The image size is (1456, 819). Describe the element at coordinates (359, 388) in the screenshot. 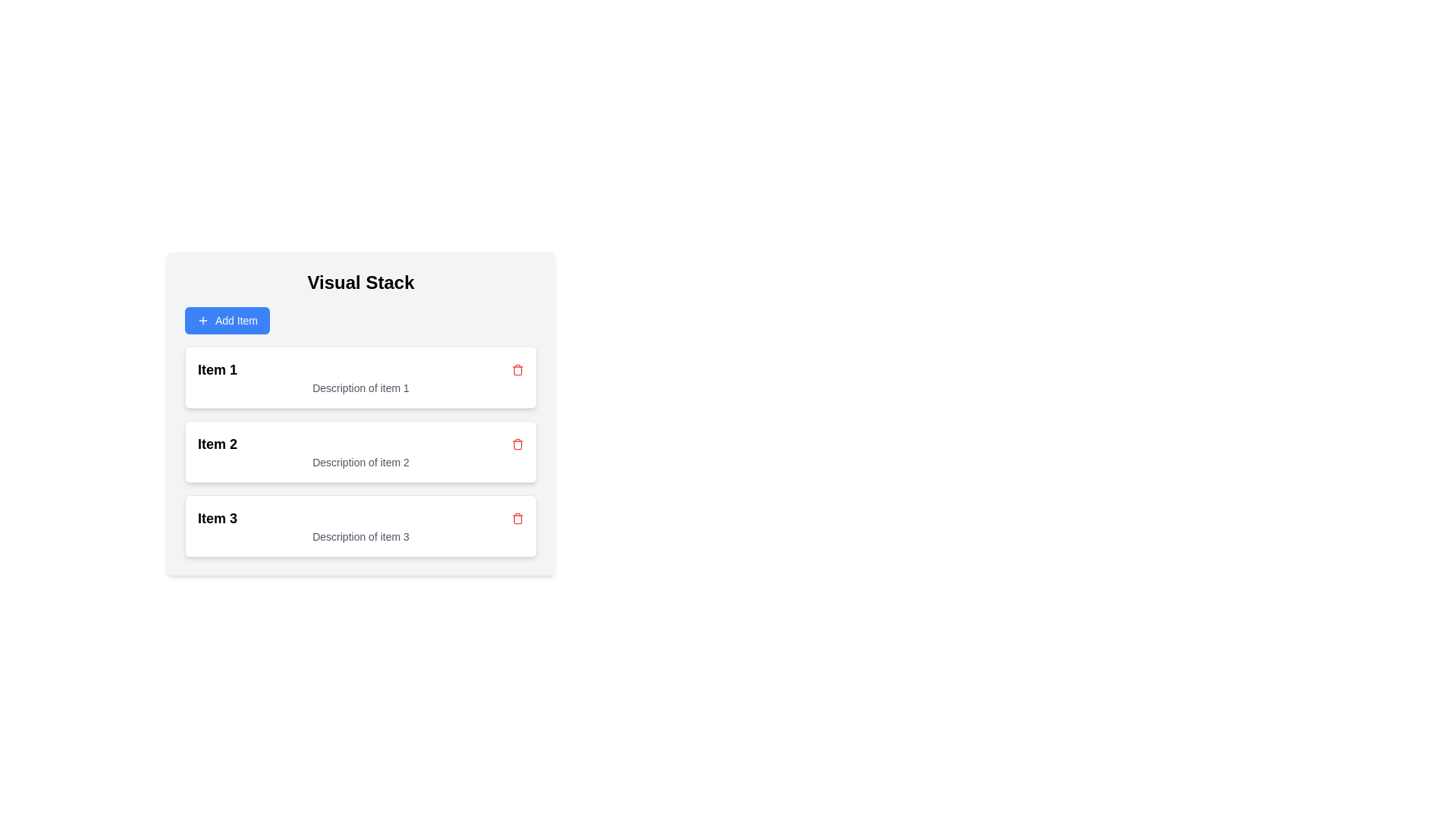

I see `the gray text label located below the title 'Item 1' within the first item box` at that location.